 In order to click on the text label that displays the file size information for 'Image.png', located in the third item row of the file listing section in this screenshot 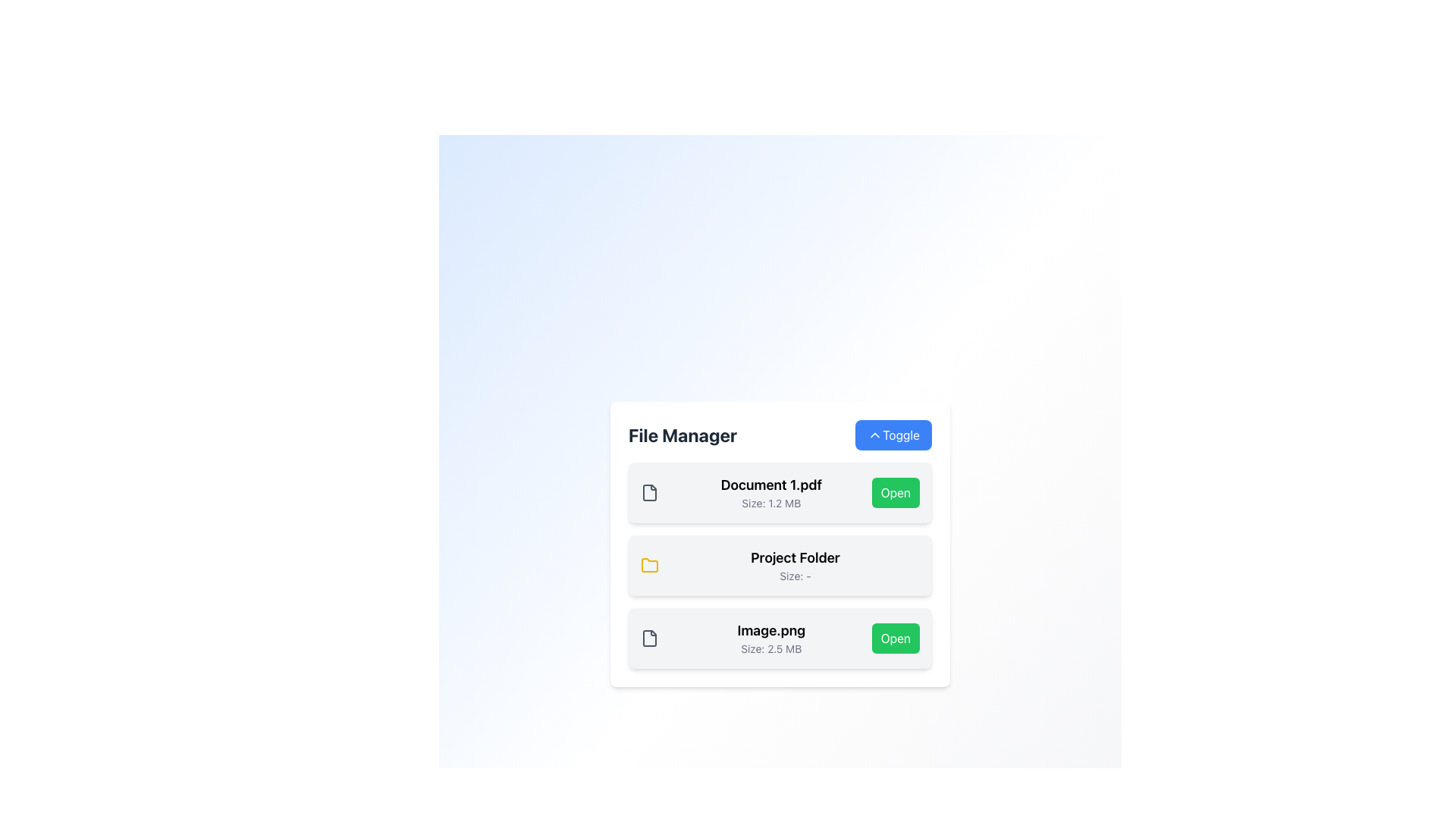, I will do `click(771, 648)`.